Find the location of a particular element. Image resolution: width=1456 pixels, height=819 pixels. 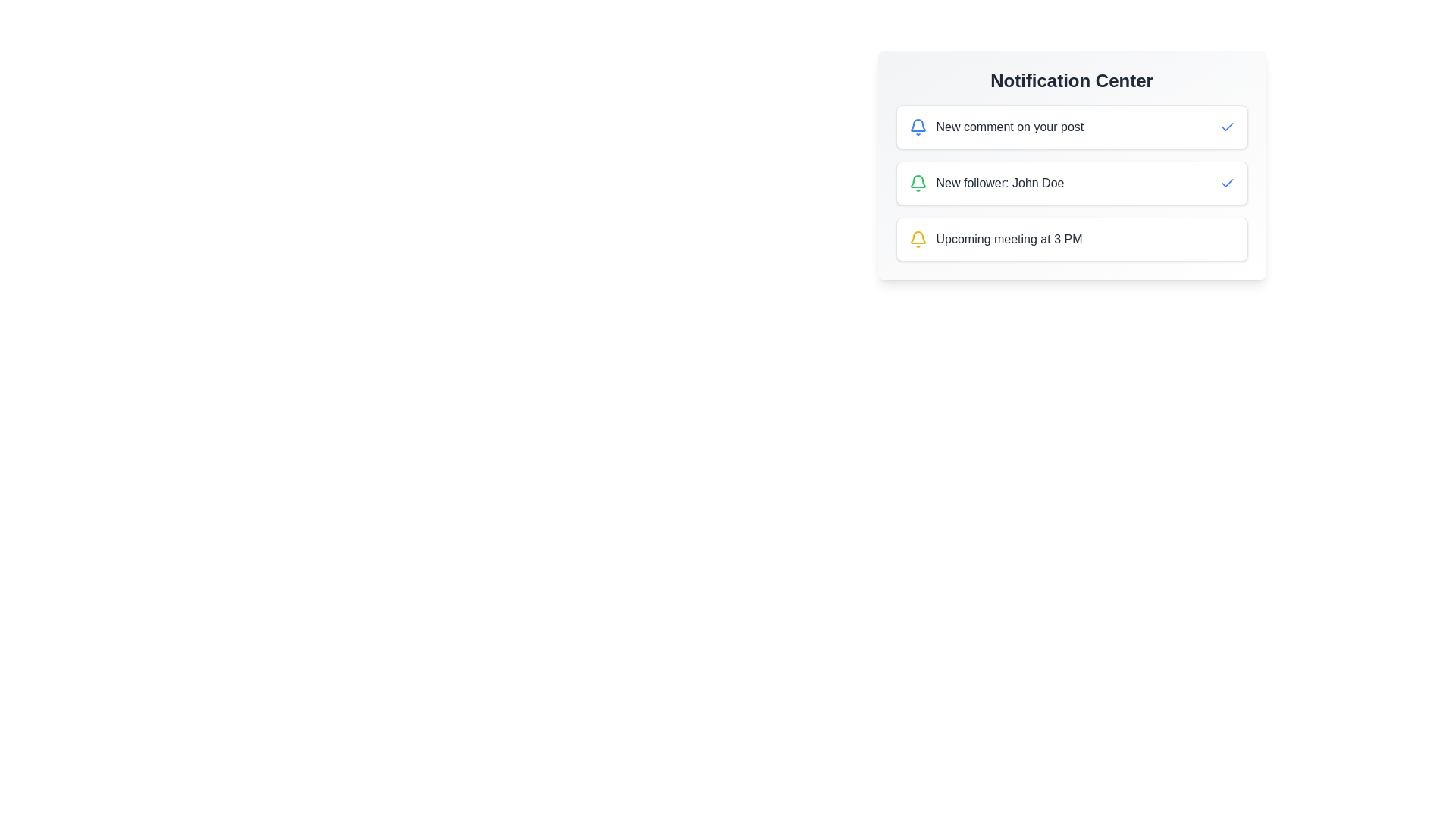

the icon button located at the far-right side of the notification card with the text 'New follower: John Doe' is located at coordinates (1227, 183).